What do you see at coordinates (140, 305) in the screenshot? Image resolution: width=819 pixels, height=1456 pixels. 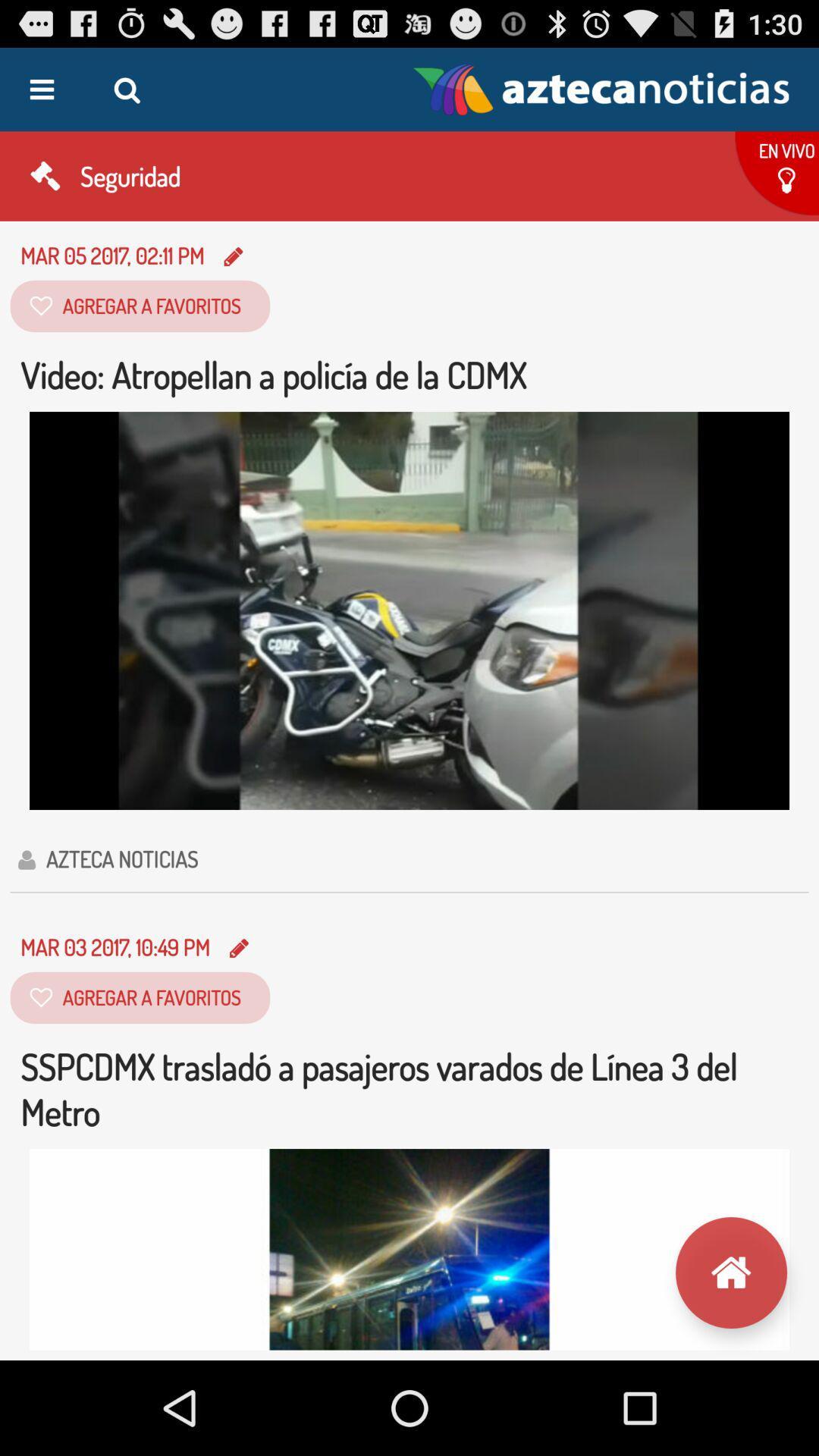 I see `the button below mar 05 20170211 pm` at bounding box center [140, 305].